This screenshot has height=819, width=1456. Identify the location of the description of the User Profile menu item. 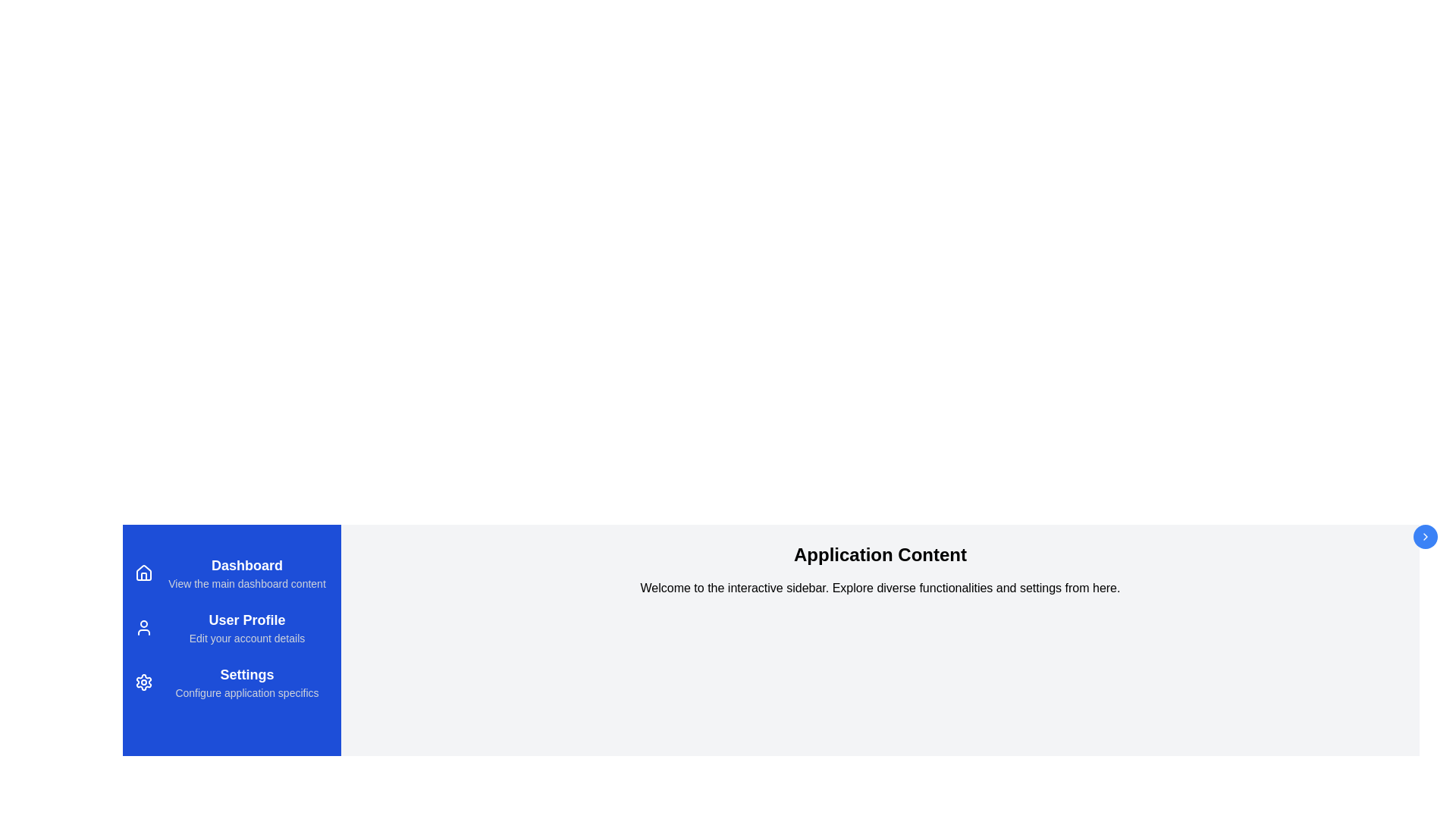
(247, 620).